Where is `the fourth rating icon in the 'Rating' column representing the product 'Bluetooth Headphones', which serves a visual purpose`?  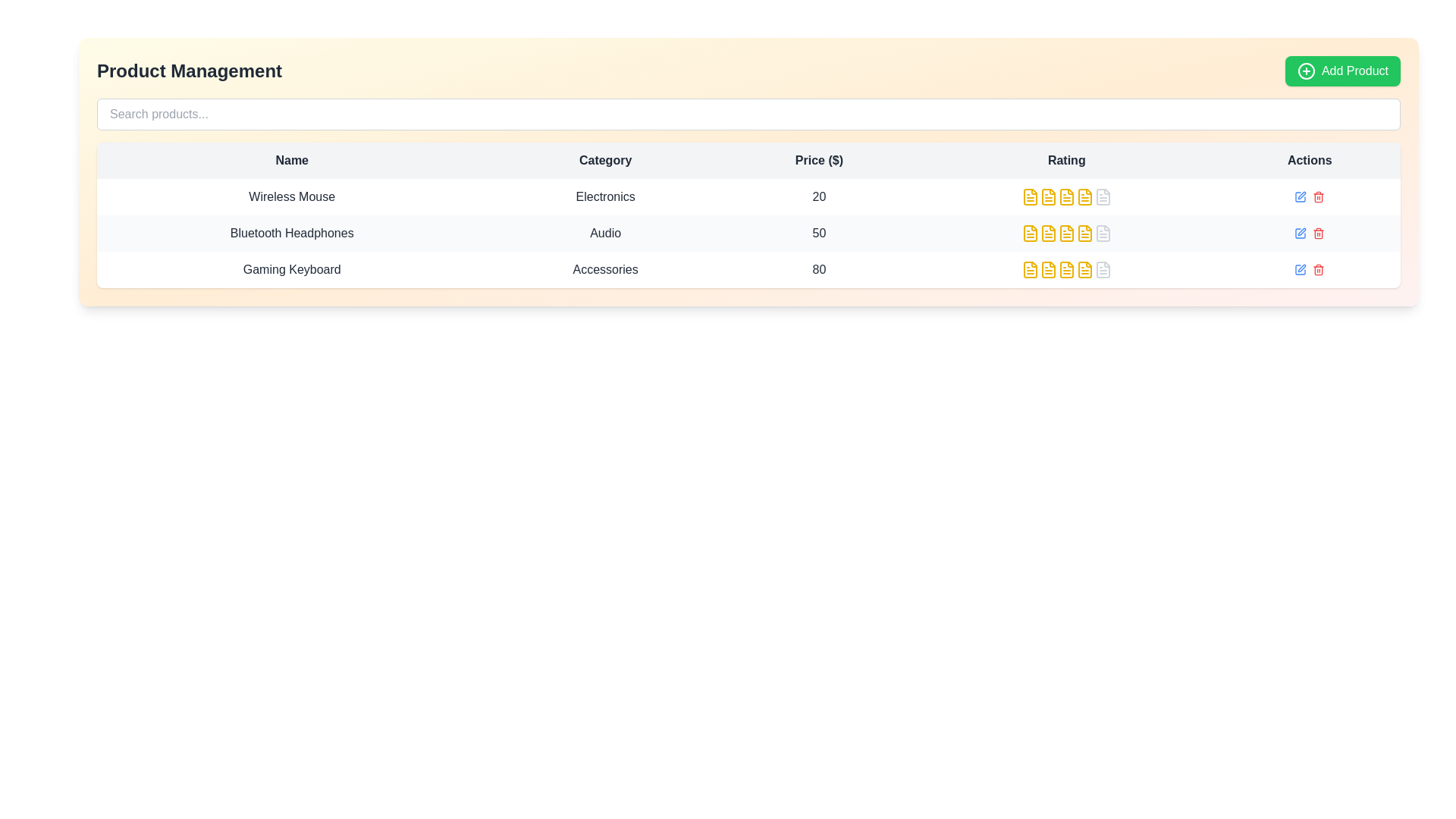
the fourth rating icon in the 'Rating' column representing the product 'Bluetooth Headphones', which serves a visual purpose is located at coordinates (1065, 234).